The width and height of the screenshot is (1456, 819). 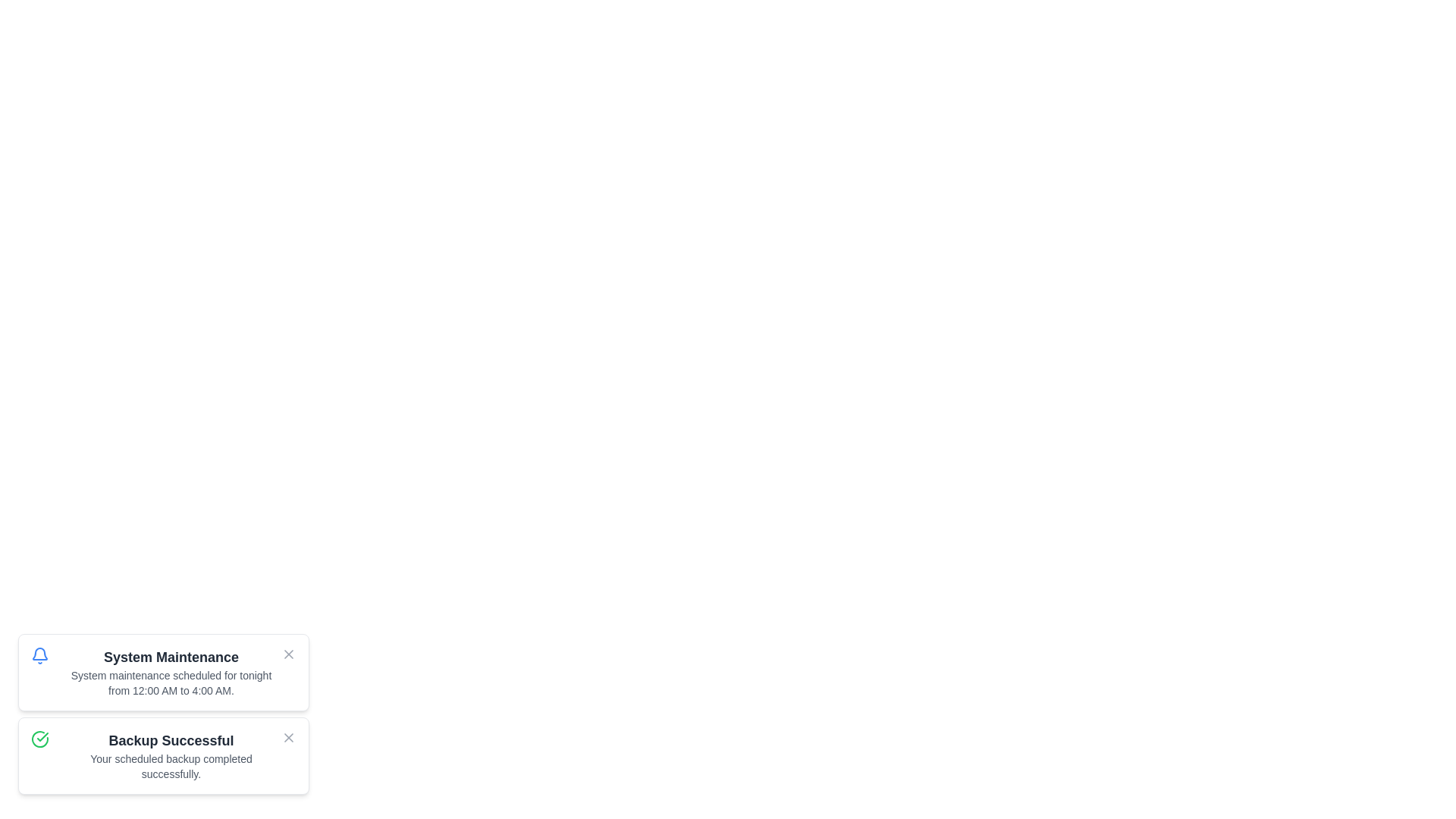 I want to click on completion icon located within the left section of the 'Backup Successful' notification card, which indicates the success of a backup process, so click(x=42, y=736).